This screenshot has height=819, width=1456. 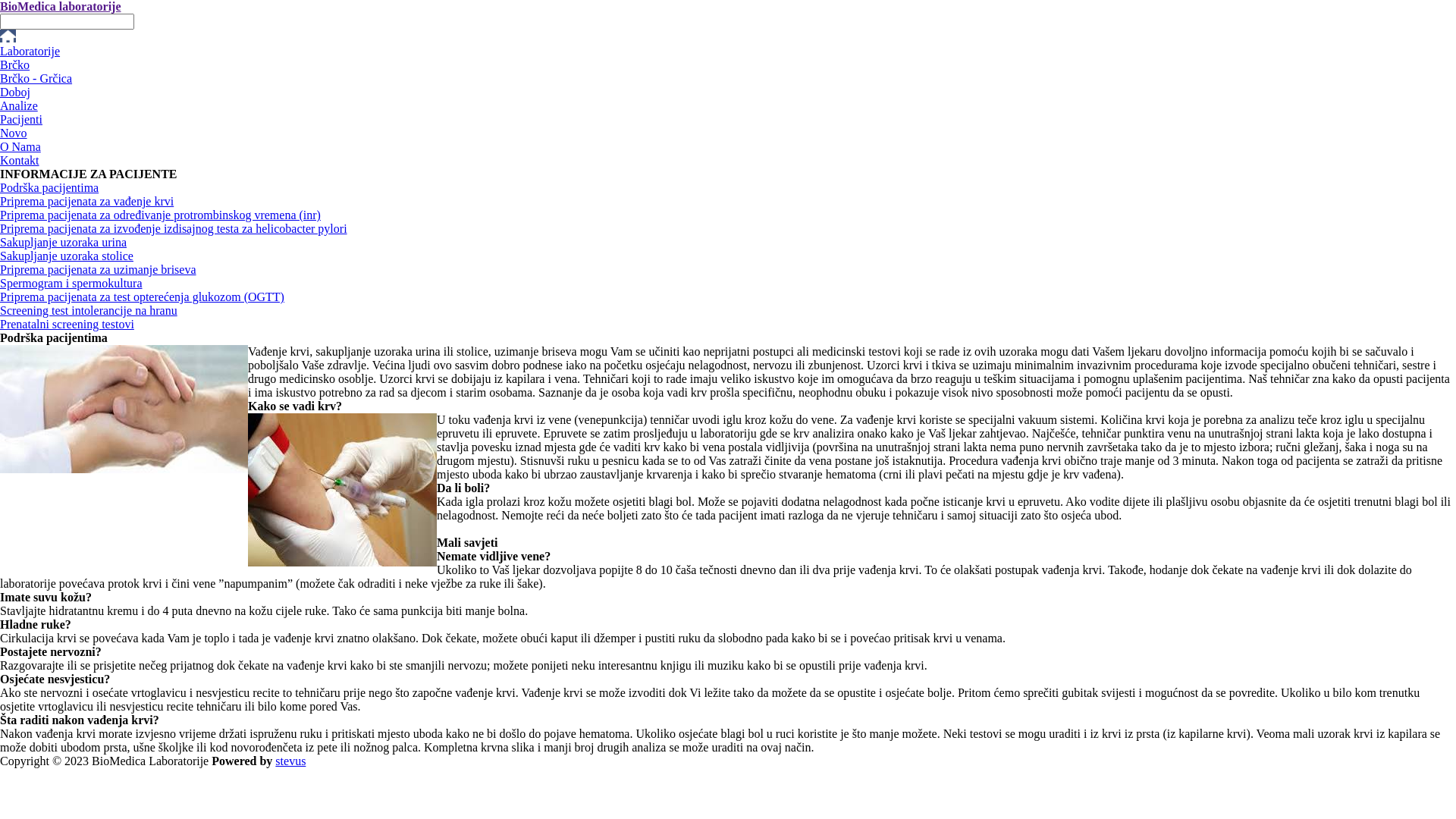 I want to click on 'Sakupljanje uzoraka urina', so click(x=62, y=241).